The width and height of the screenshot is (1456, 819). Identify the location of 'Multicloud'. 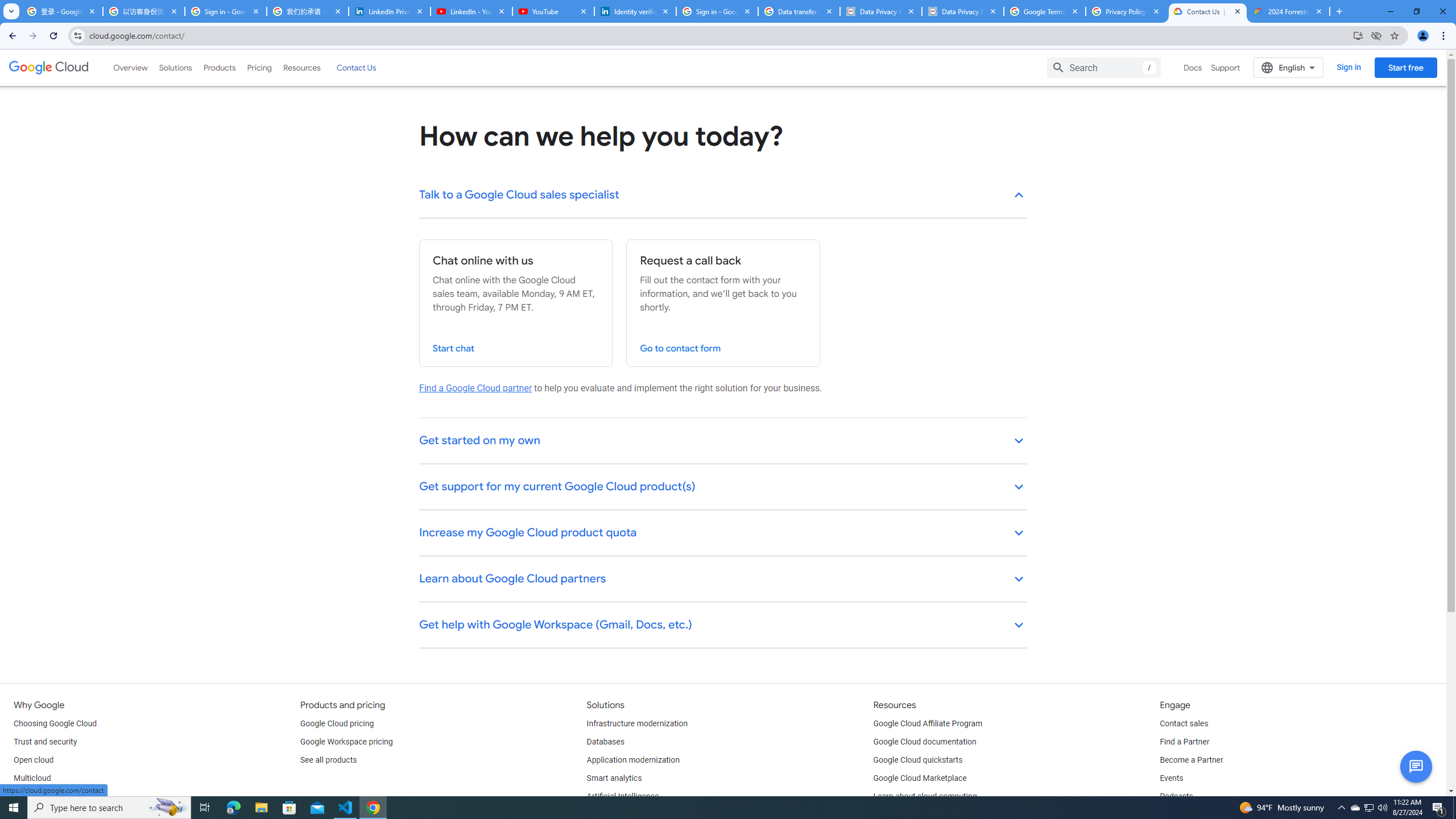
(32, 778).